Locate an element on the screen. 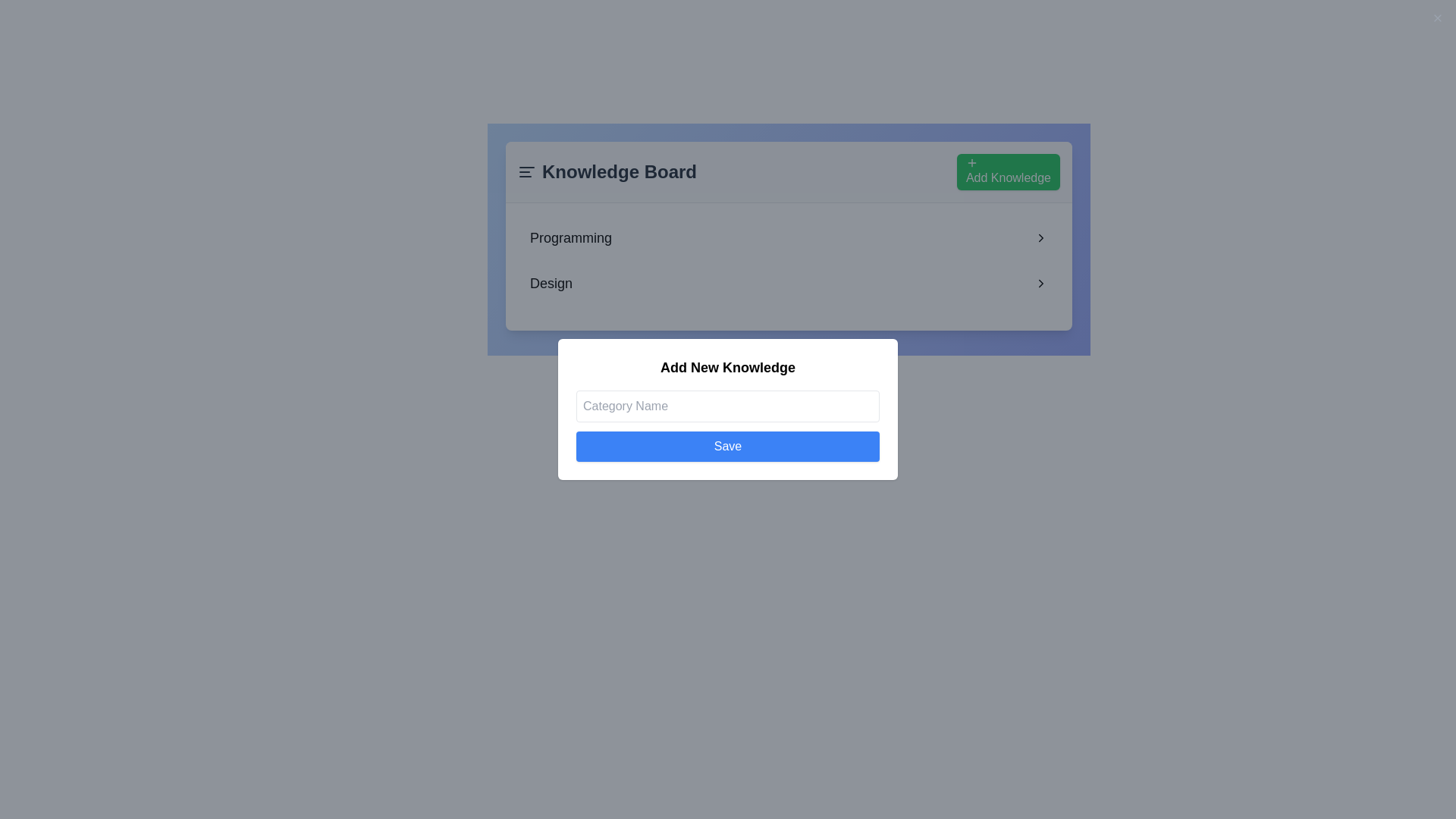 The width and height of the screenshot is (1456, 819). the Chevron Icon located at the far right side of the 'Design' menu item within the dropdown menu below the 'Knowledge Board' header is located at coordinates (1040, 237).